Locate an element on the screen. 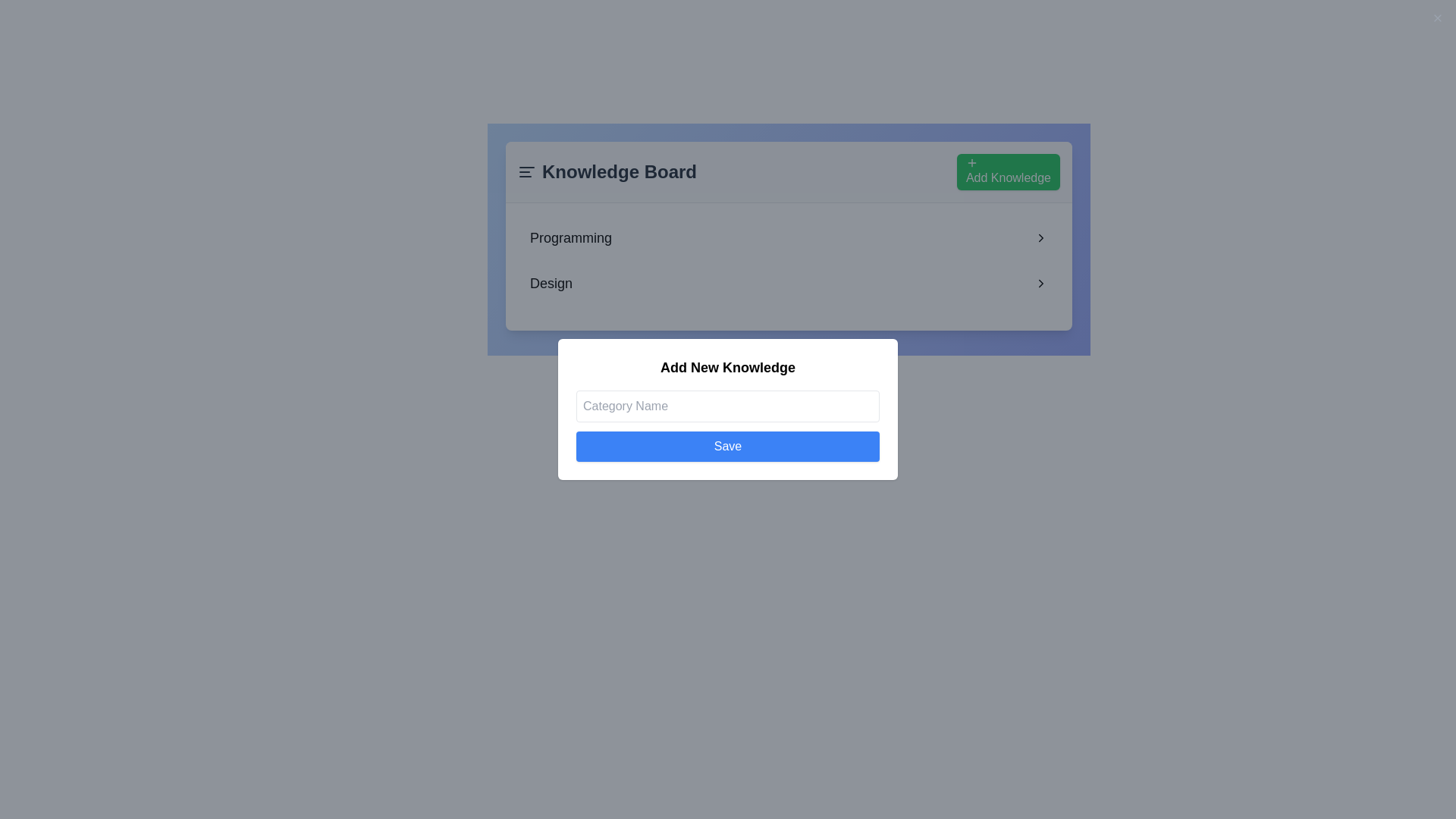 The width and height of the screenshot is (1456, 819). the Chevron Icon located at the far right side of the 'Design' menu item within the dropdown menu below the 'Knowledge Board' header is located at coordinates (1040, 237).